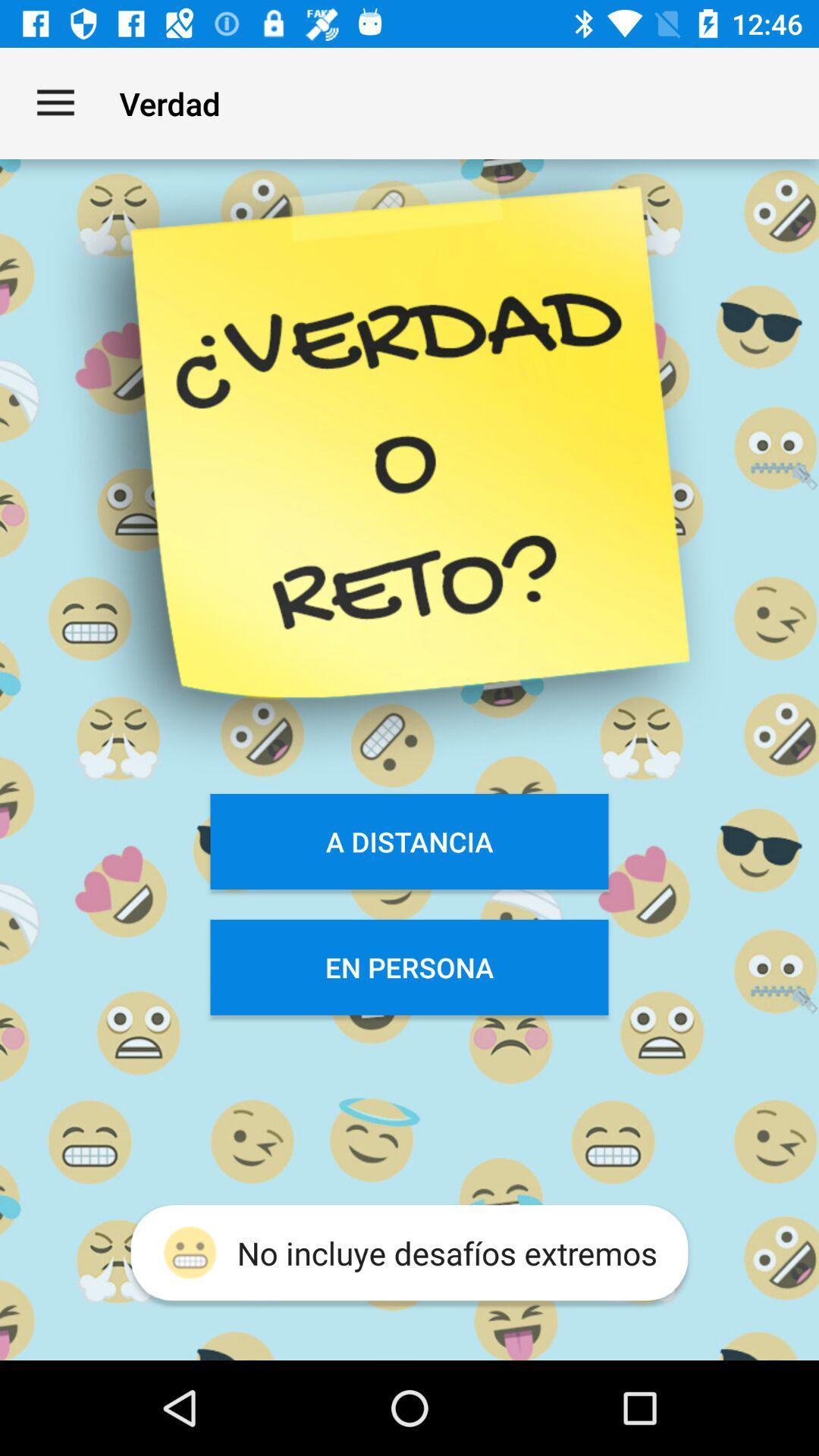 The width and height of the screenshot is (819, 1456). What do you see at coordinates (409, 1253) in the screenshot?
I see `the icon below en persona` at bounding box center [409, 1253].